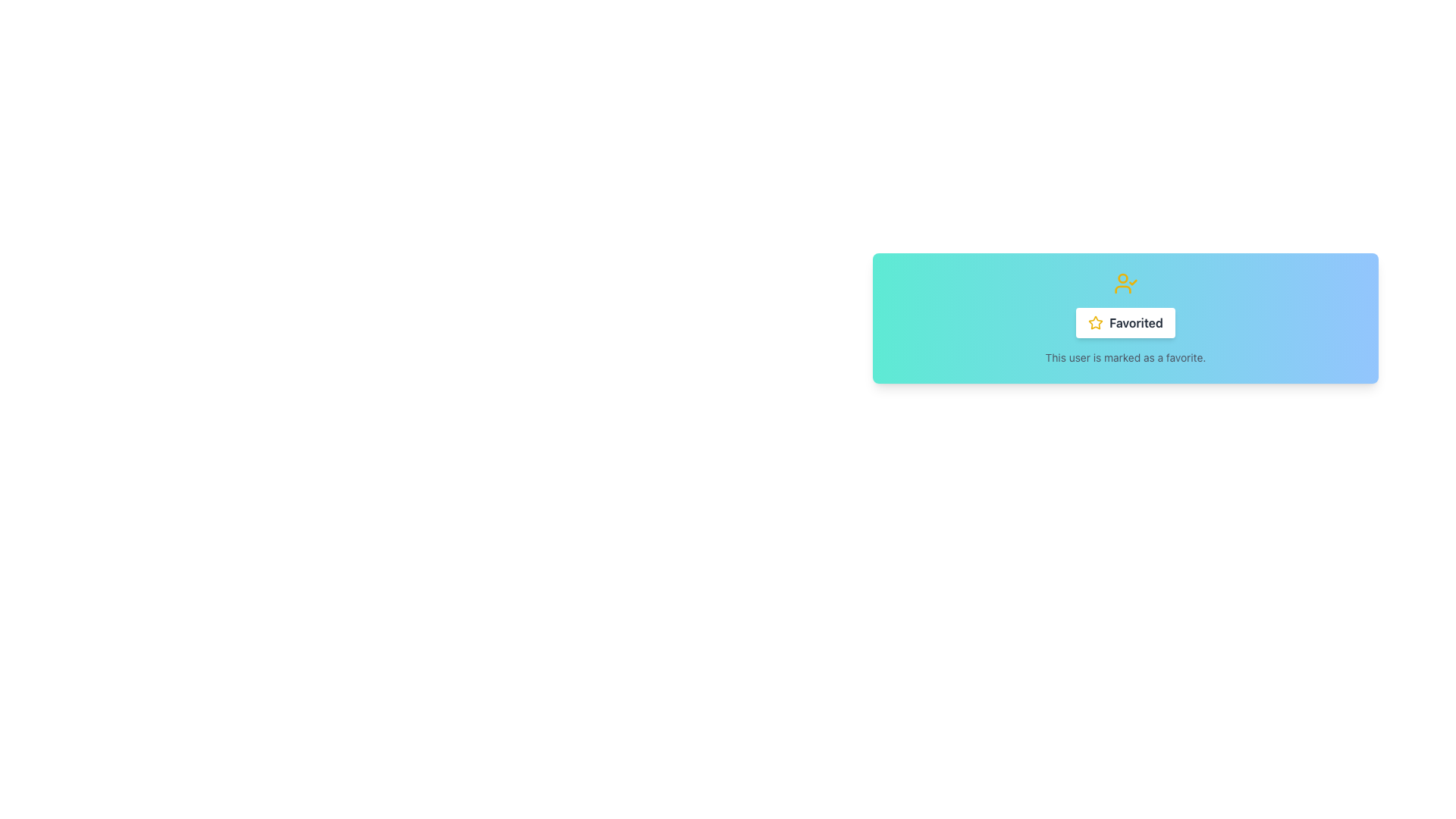 Image resolution: width=1456 pixels, height=819 pixels. Describe the element at coordinates (1096, 322) in the screenshot. I see `the decorative 'Favorite' icon located at the top section of the card layout, which signifies the 'Favorite' status of the content` at that location.